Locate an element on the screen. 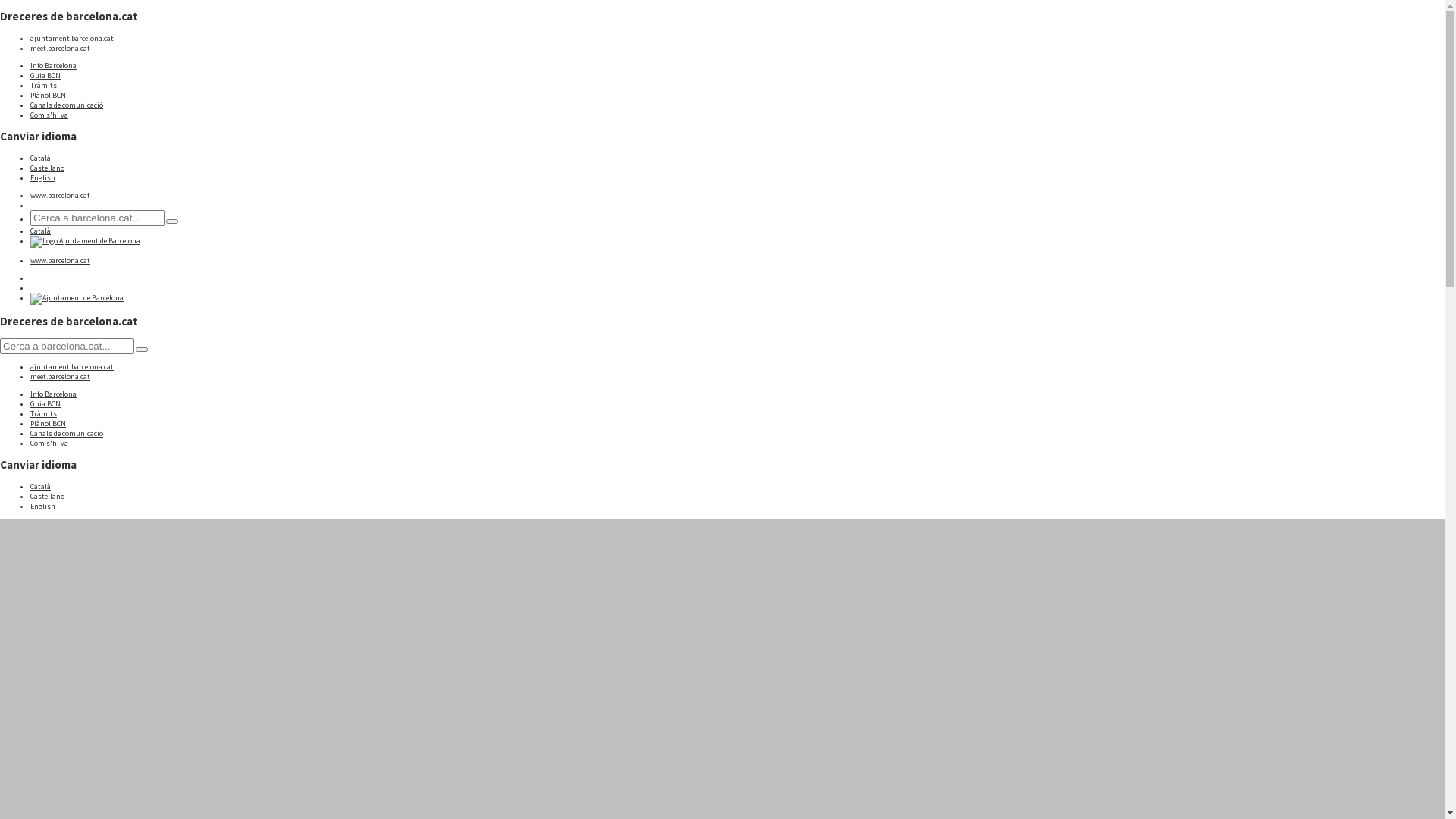 The image size is (1456, 819). 'Info Barcelona' is located at coordinates (53, 64).